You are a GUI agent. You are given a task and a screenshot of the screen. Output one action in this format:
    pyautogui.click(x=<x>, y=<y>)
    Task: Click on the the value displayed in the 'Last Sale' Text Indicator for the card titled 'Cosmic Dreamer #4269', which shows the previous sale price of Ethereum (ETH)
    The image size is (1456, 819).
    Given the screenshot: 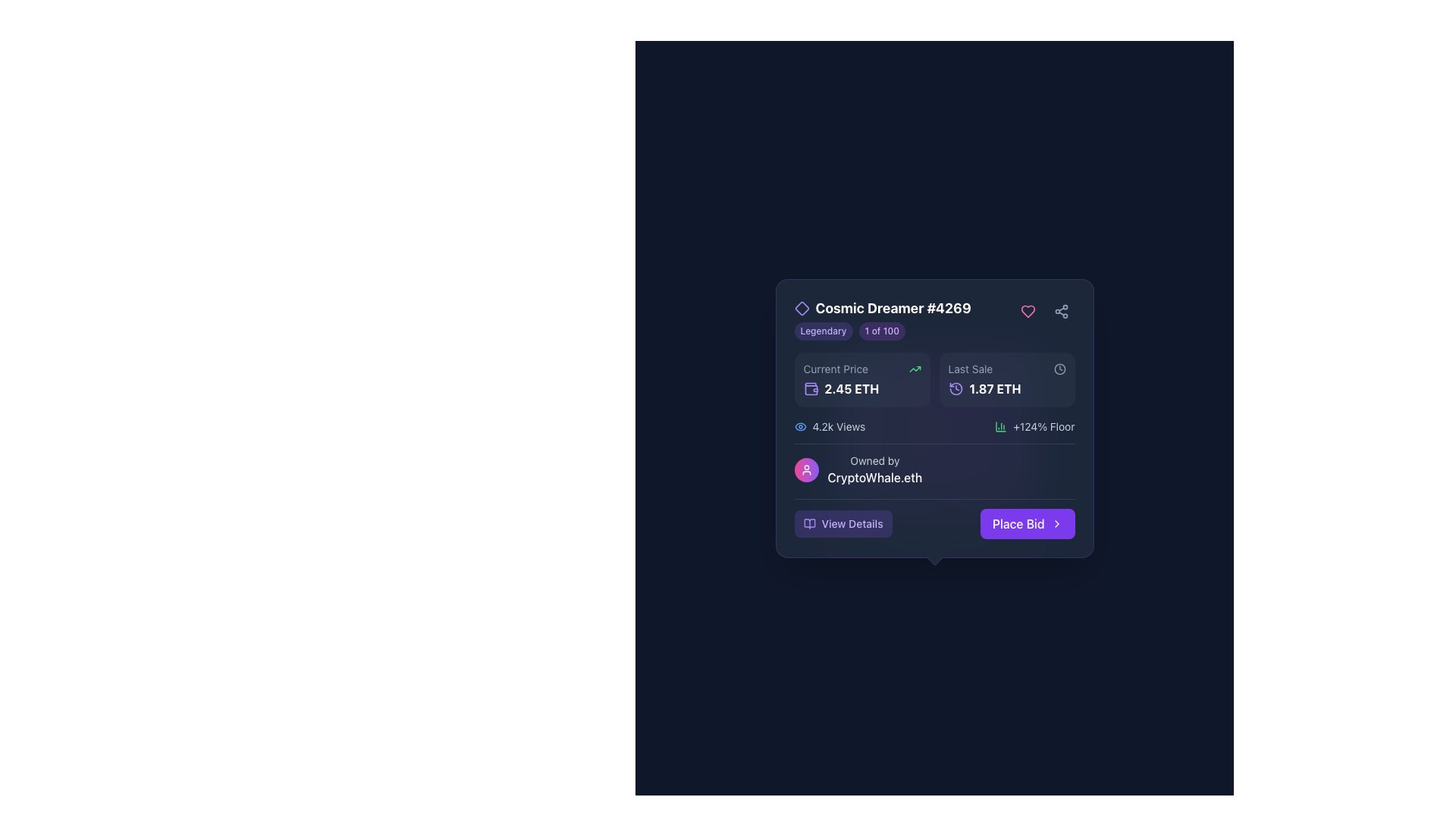 What is the action you would take?
    pyautogui.click(x=995, y=388)
    